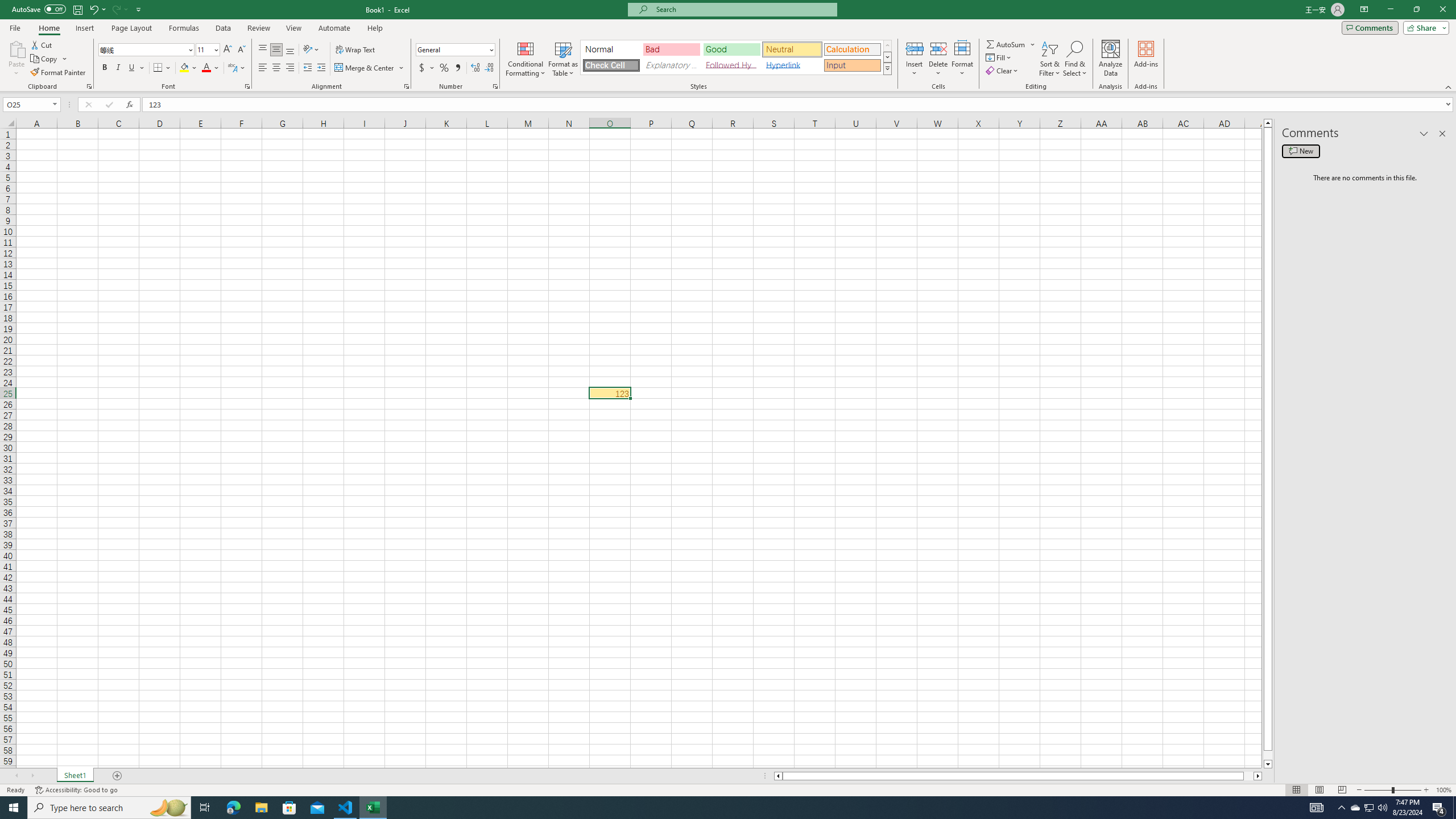 Image resolution: width=1456 pixels, height=819 pixels. What do you see at coordinates (737, 57) in the screenshot?
I see `'AutomationID: CellStylesGallery'` at bounding box center [737, 57].